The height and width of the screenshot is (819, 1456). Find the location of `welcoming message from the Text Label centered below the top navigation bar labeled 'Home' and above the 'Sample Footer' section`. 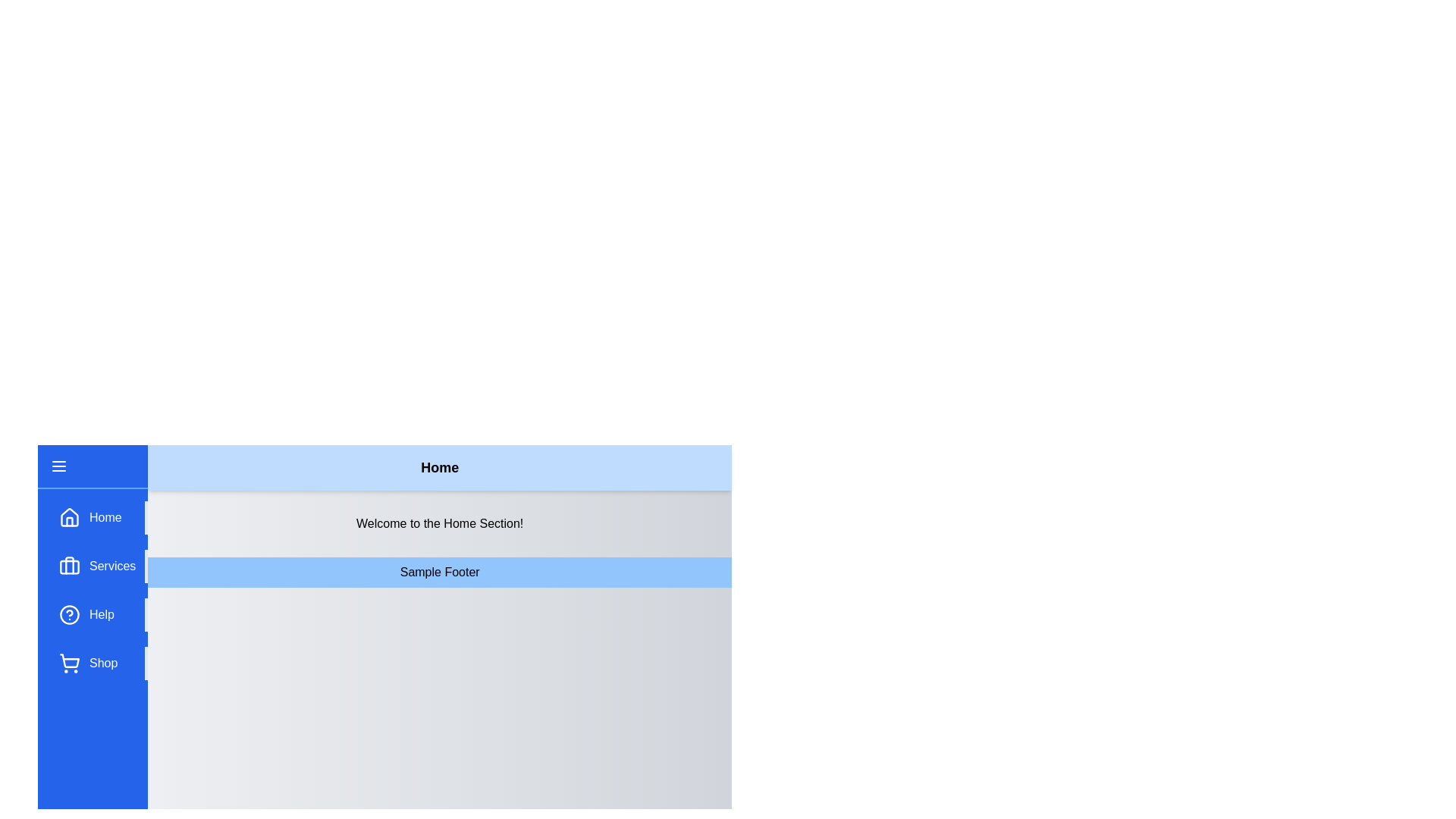

welcoming message from the Text Label centered below the top navigation bar labeled 'Home' and above the 'Sample Footer' section is located at coordinates (439, 522).